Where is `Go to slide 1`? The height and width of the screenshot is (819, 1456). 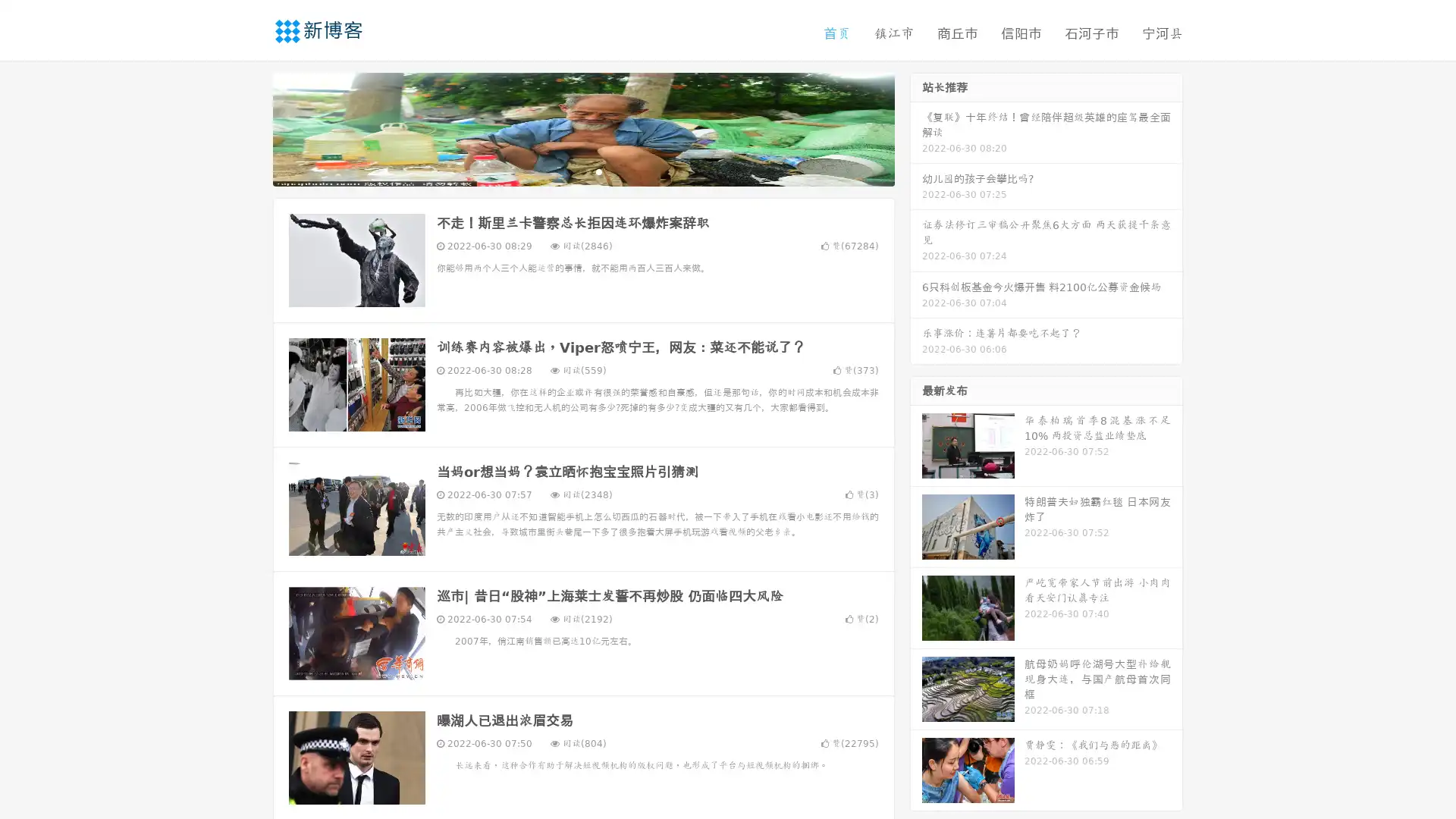 Go to slide 1 is located at coordinates (567, 171).